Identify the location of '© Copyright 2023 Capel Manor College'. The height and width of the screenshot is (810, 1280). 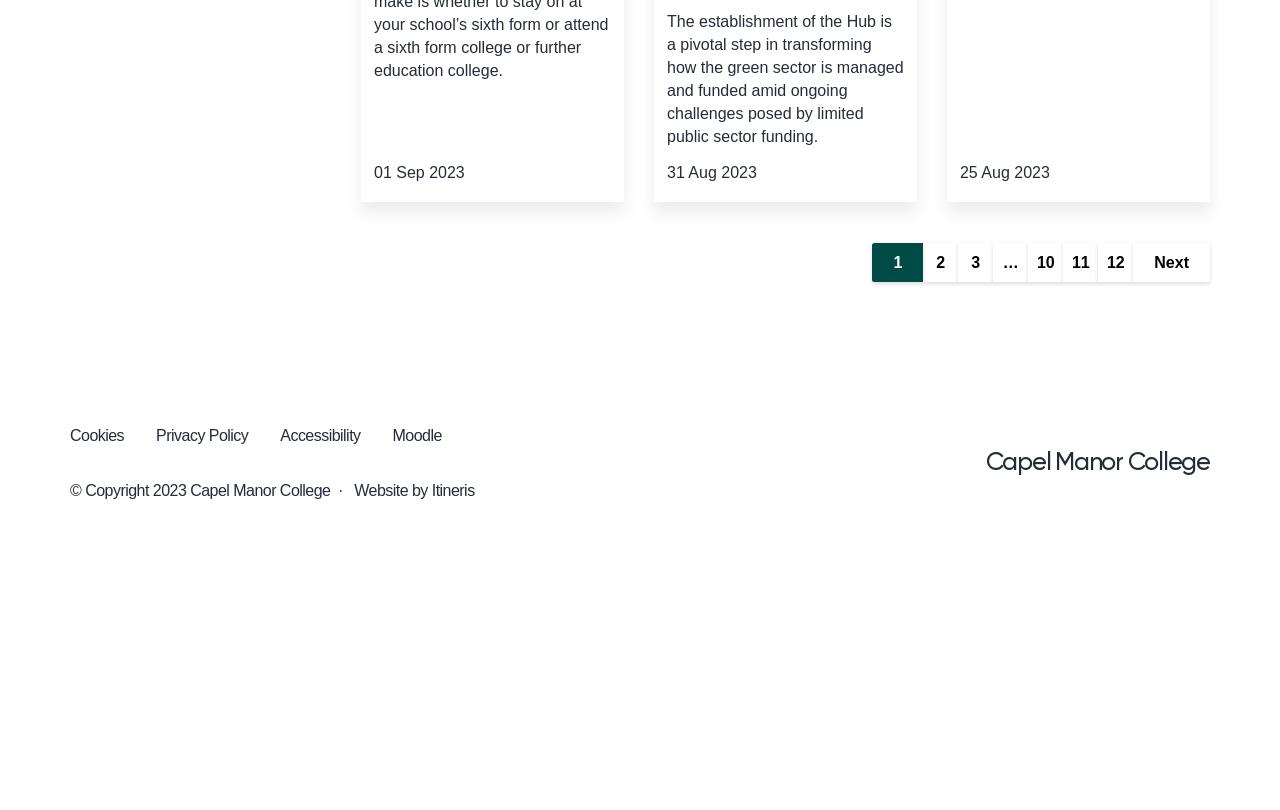
(199, 490).